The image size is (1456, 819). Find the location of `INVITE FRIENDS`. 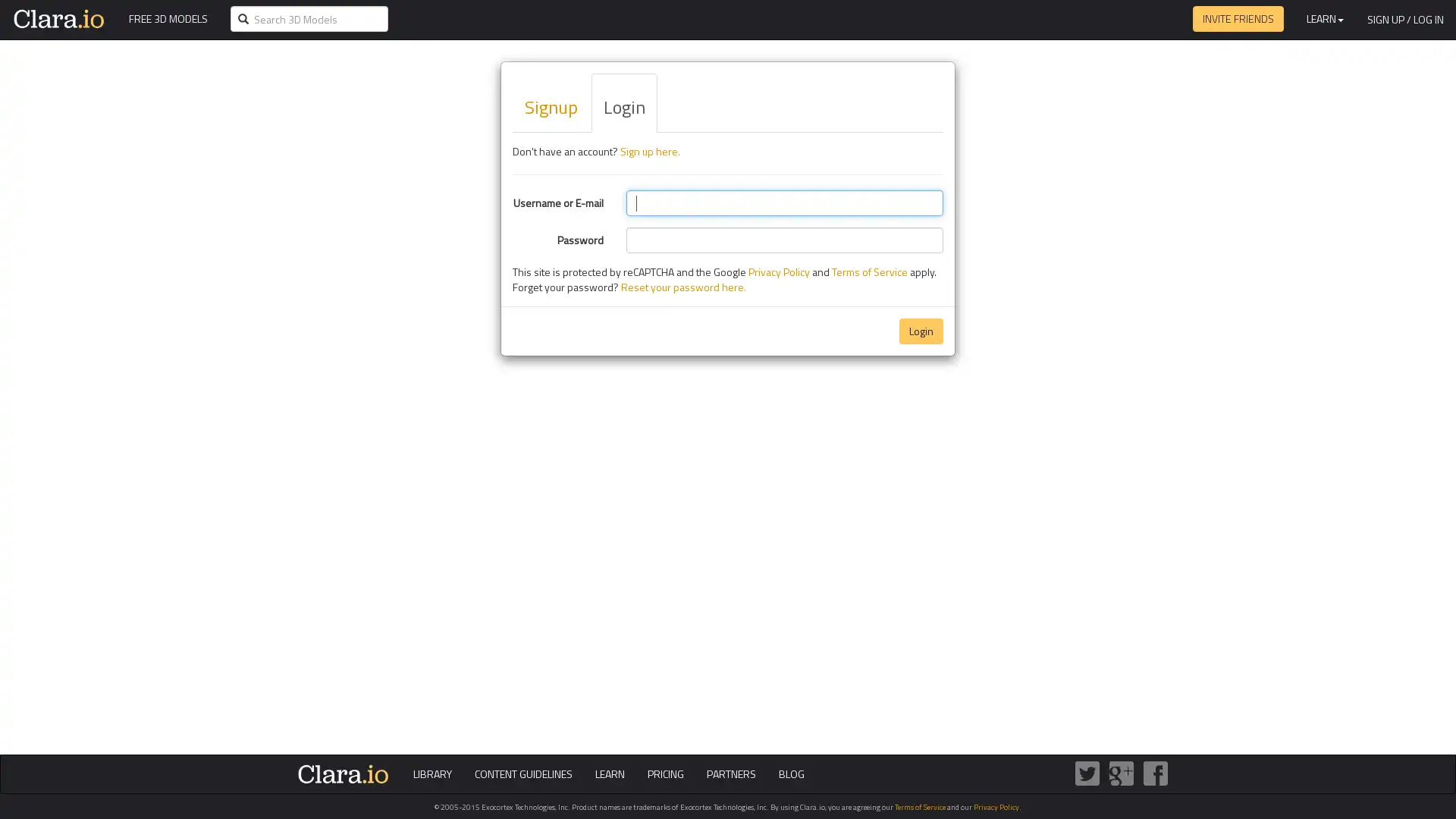

INVITE FRIENDS is located at coordinates (1238, 18).